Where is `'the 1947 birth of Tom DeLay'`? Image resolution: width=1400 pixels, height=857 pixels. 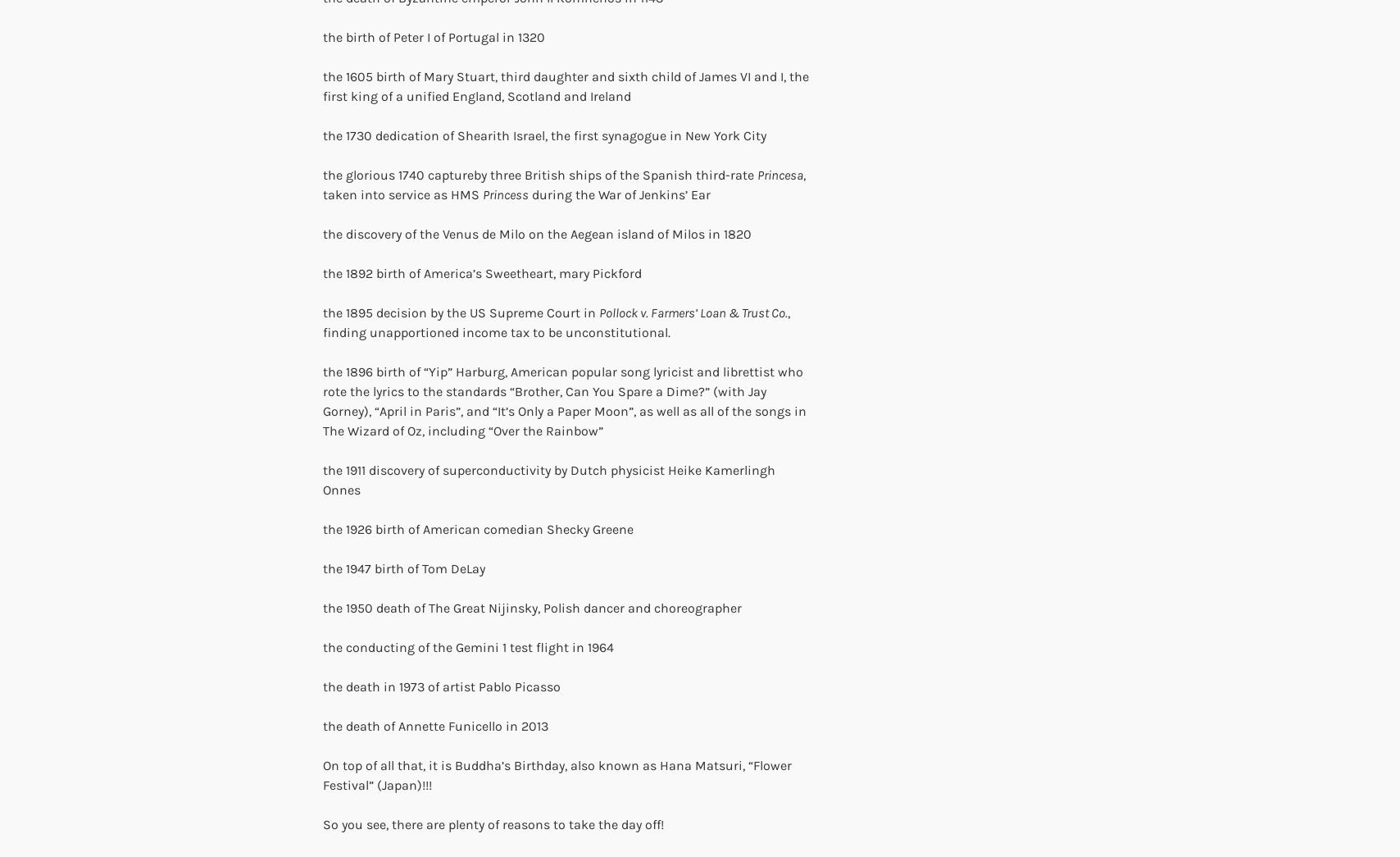 'the 1947 birth of Tom DeLay' is located at coordinates (323, 568).